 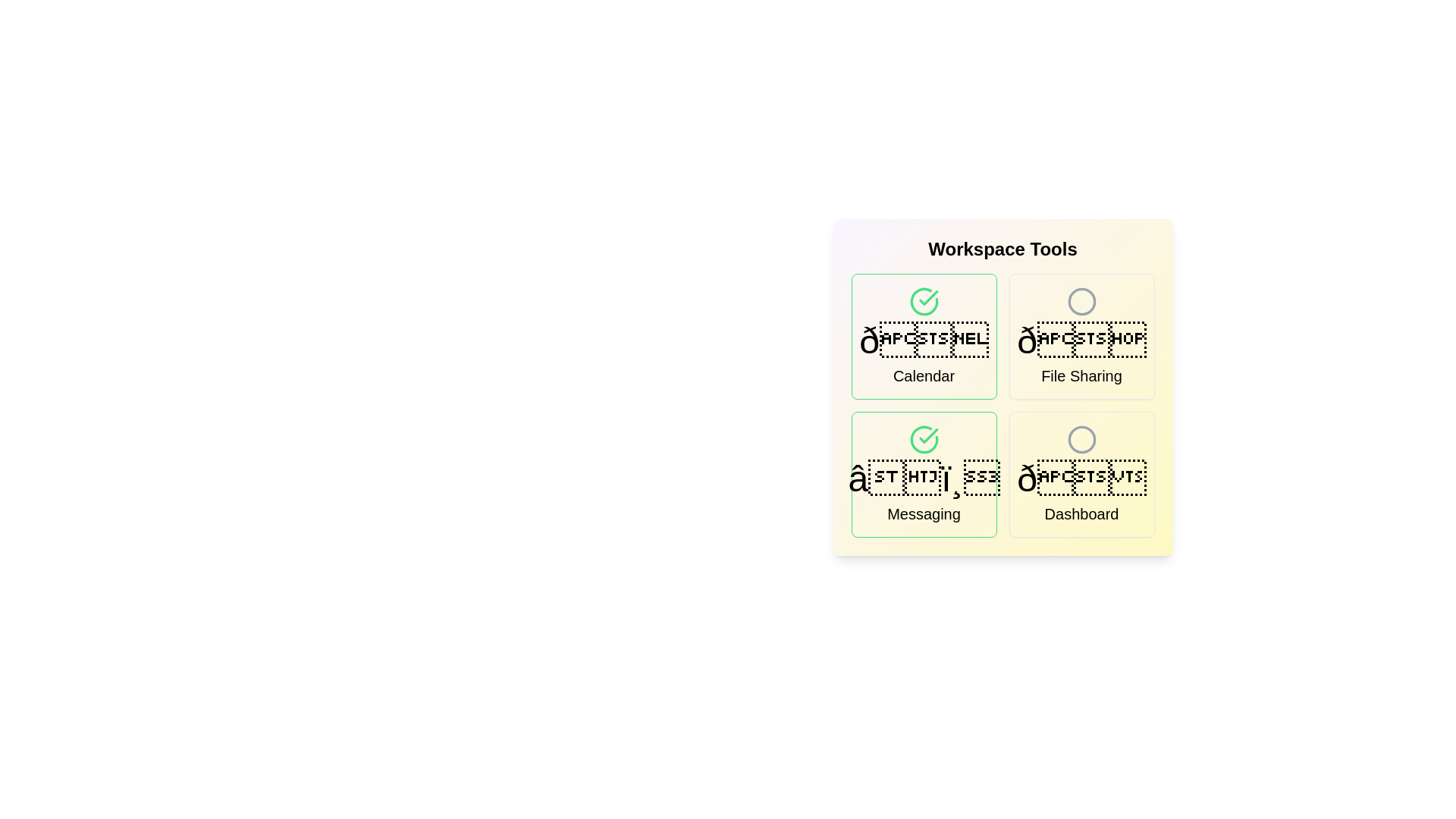 I want to click on the tool identified by Calendar, so click(x=923, y=335).